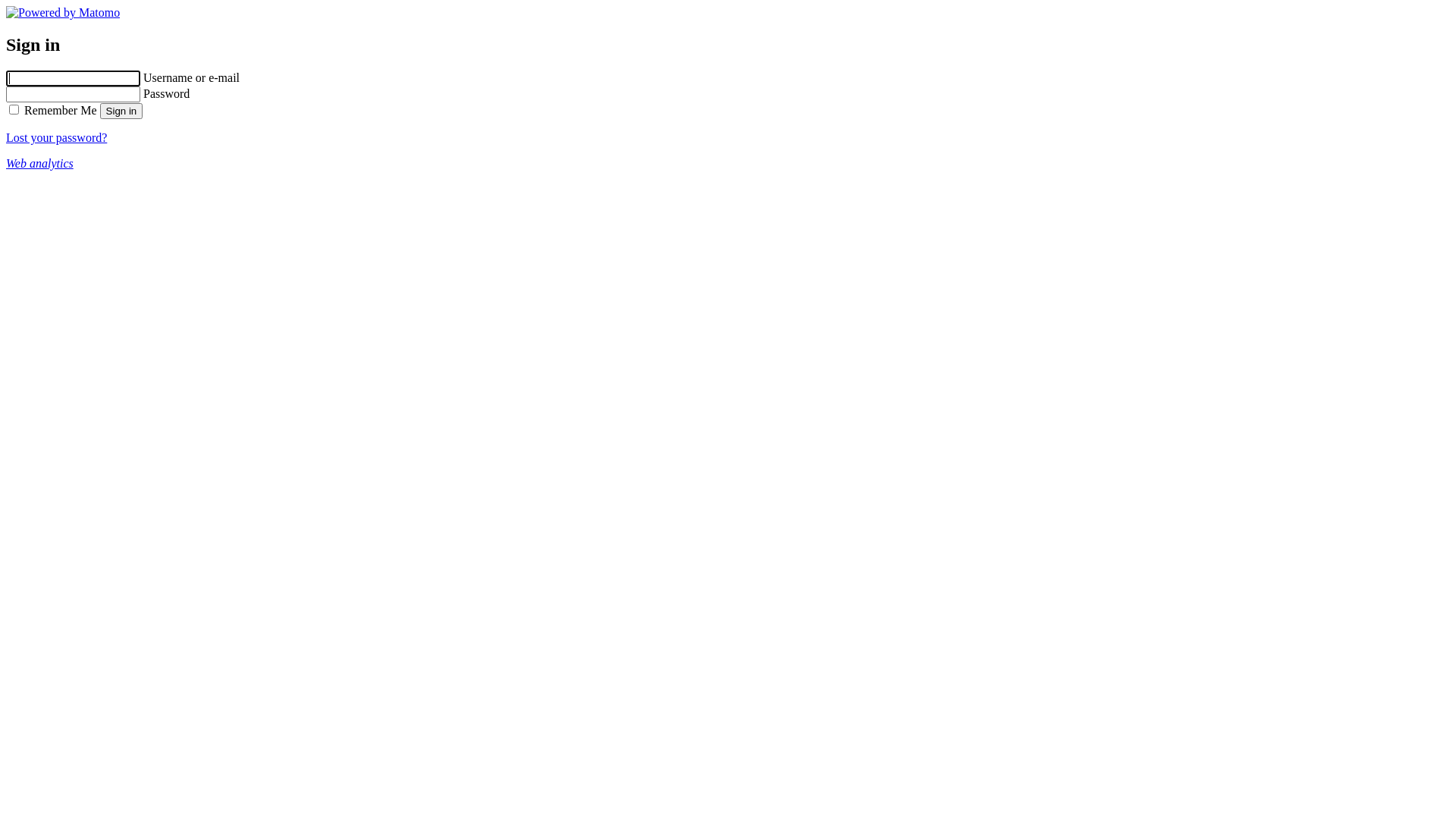 This screenshot has height=819, width=1456. Describe the element at coordinates (121, 110) in the screenshot. I see `'Sign in'` at that location.